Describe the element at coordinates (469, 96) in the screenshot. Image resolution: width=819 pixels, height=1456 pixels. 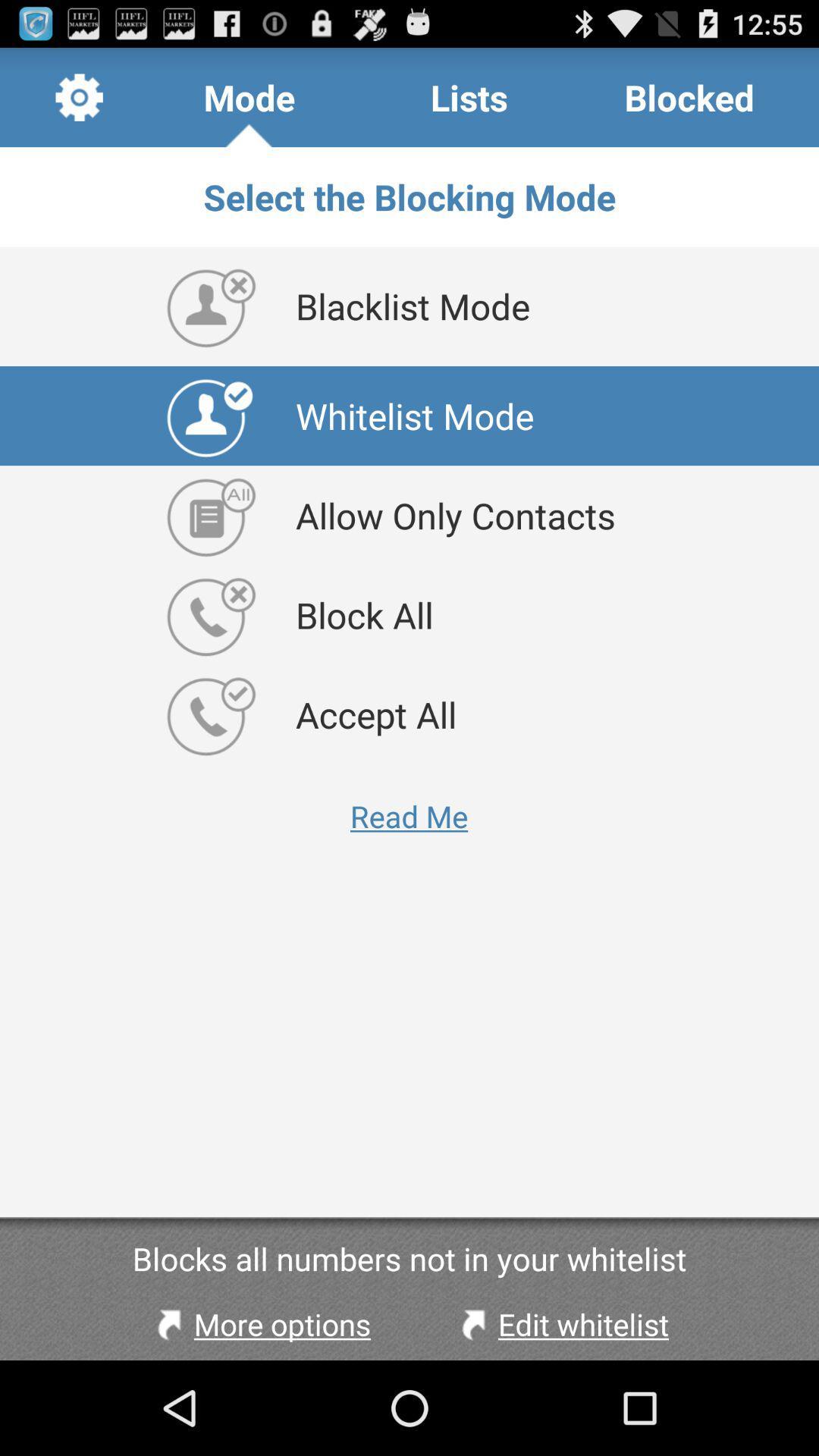
I see `the item above select the blocking icon` at that location.